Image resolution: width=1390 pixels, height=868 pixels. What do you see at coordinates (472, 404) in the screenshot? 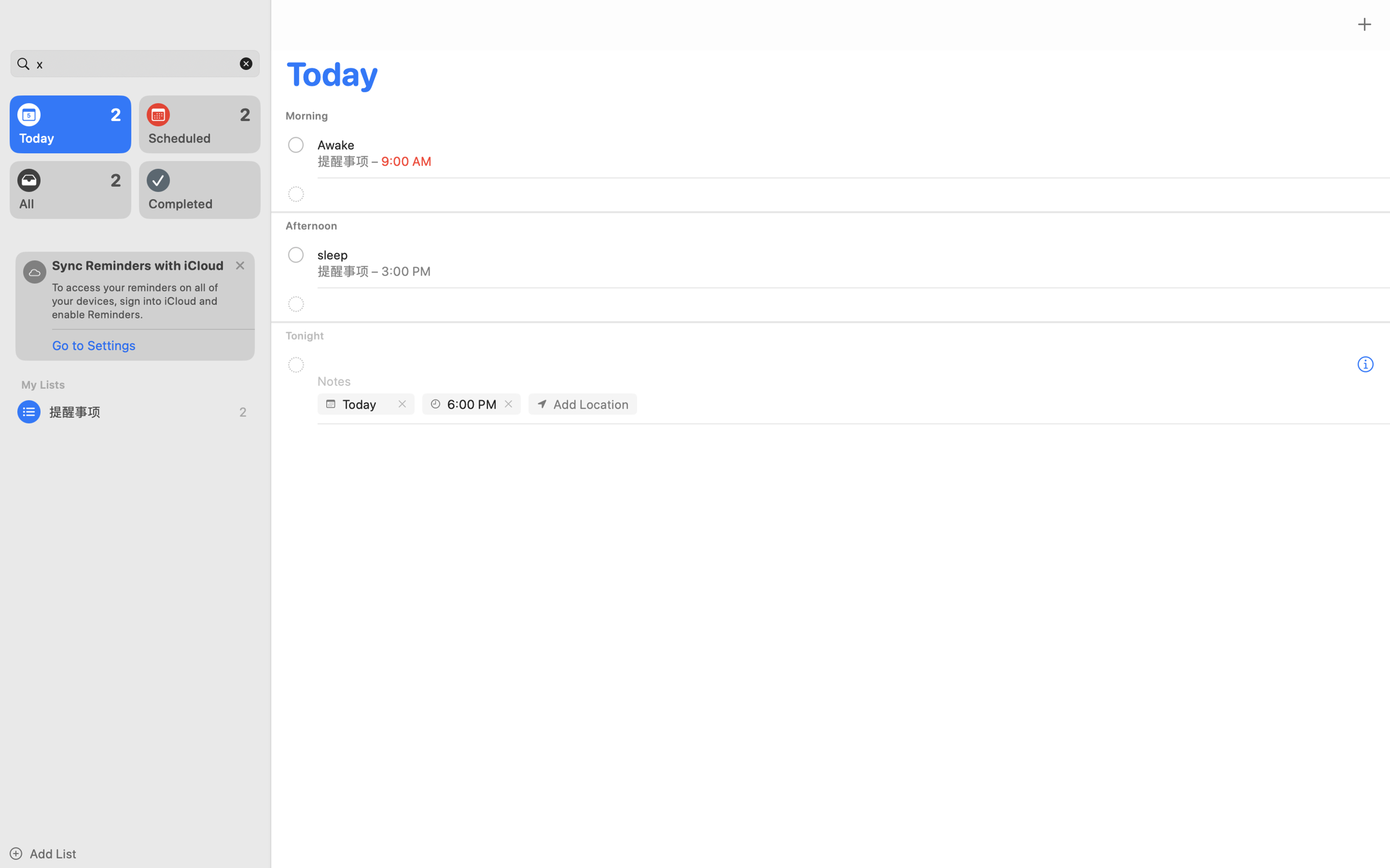
I see `'6:00 PM'` at bounding box center [472, 404].